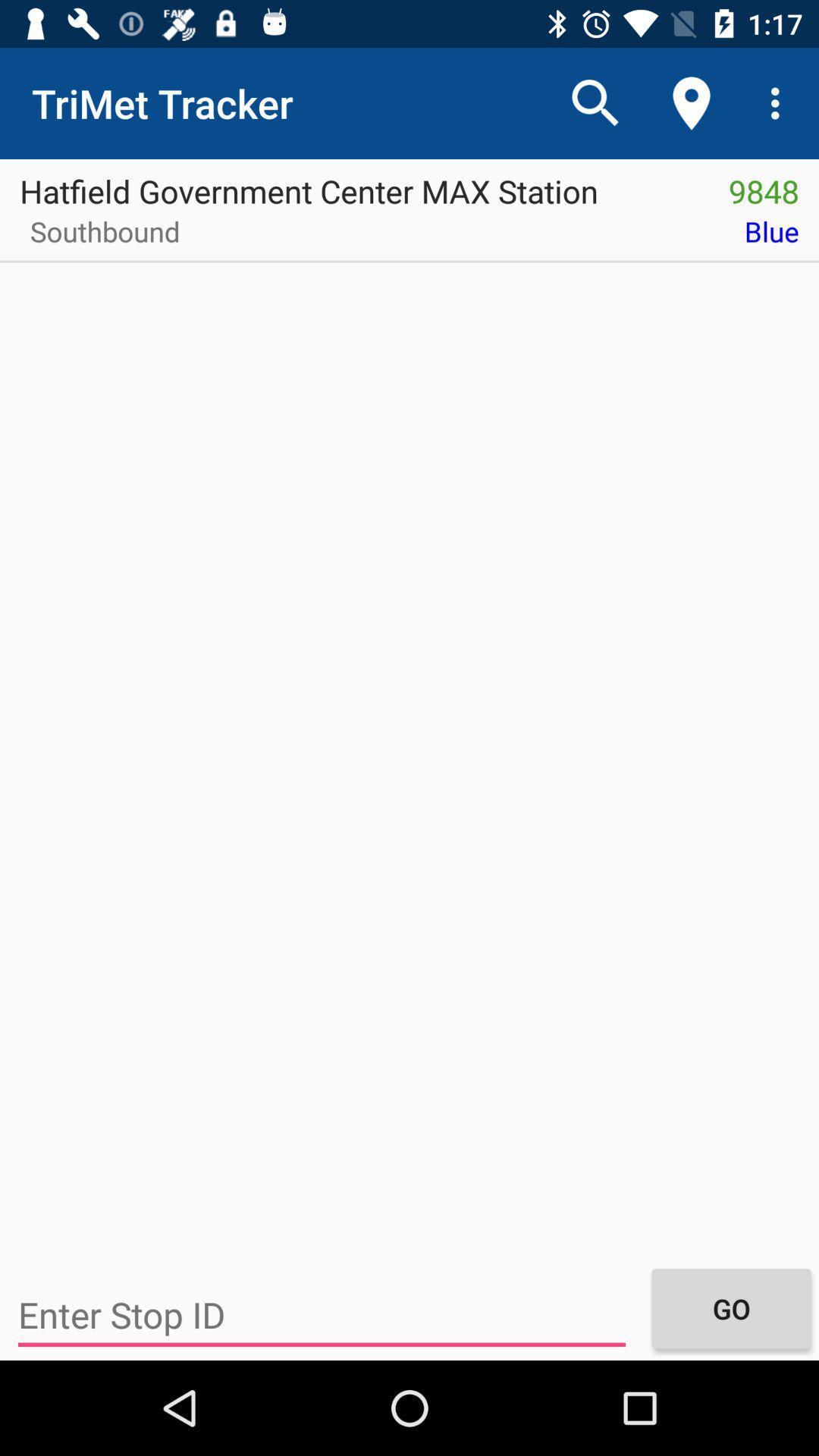 This screenshot has height=1456, width=819. Describe the element at coordinates (99, 236) in the screenshot. I see `item below hatfield government center icon` at that location.